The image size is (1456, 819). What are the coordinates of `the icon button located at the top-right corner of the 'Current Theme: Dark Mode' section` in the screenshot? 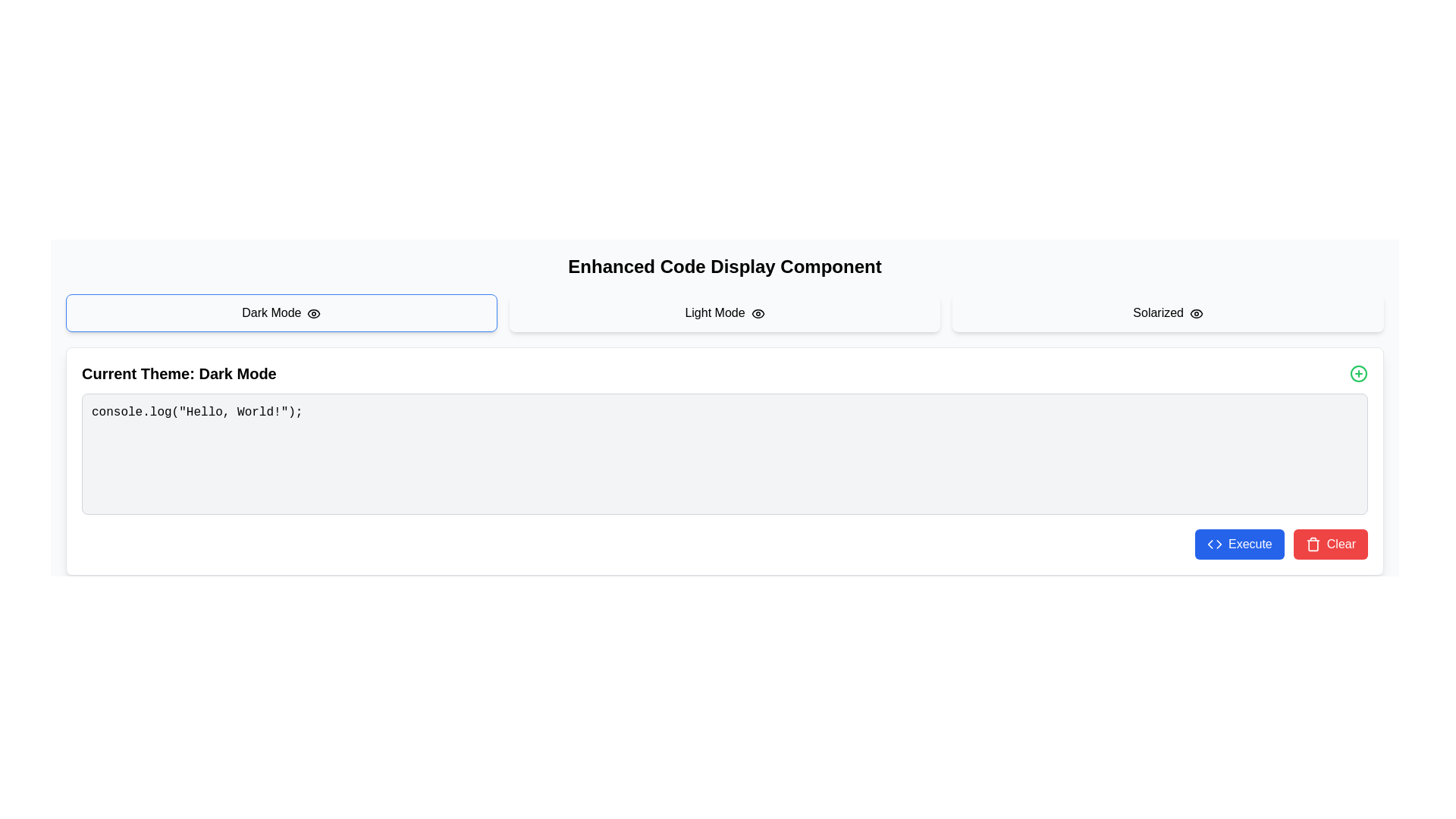 It's located at (1358, 374).